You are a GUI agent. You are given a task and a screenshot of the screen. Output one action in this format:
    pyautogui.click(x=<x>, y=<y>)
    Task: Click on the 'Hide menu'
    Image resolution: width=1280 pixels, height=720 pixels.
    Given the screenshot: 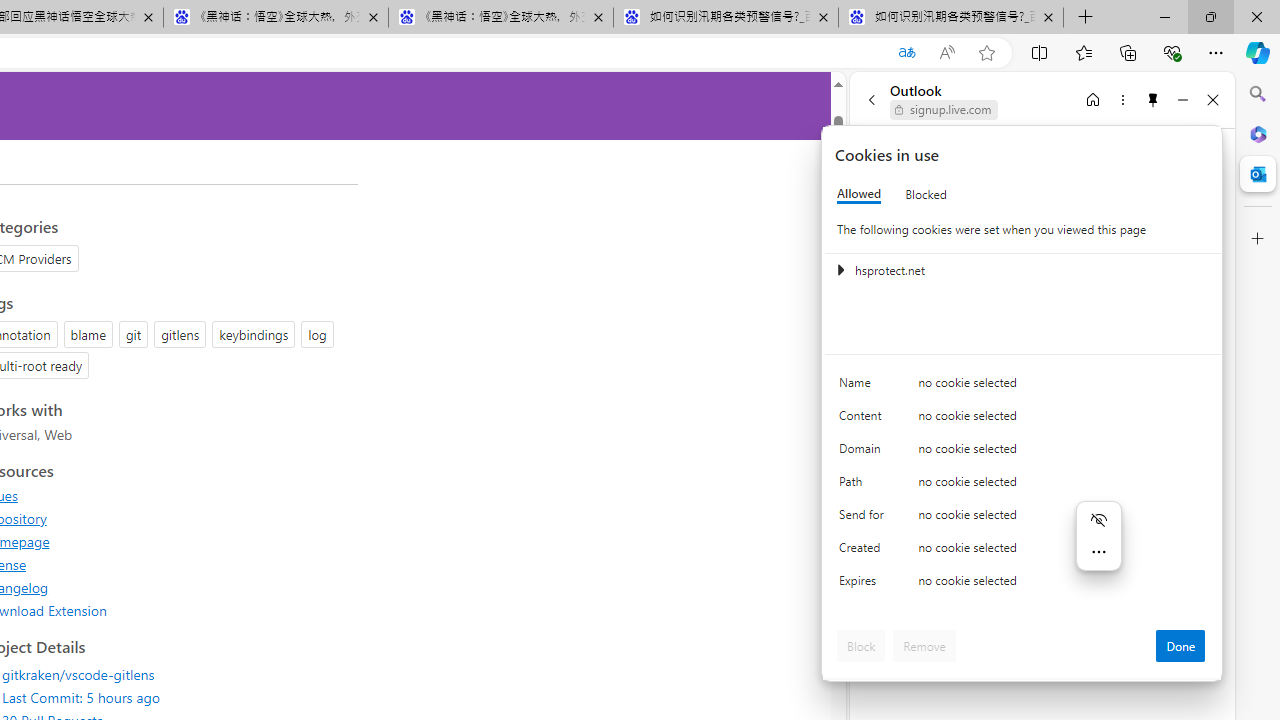 What is the action you would take?
    pyautogui.click(x=1097, y=518)
    